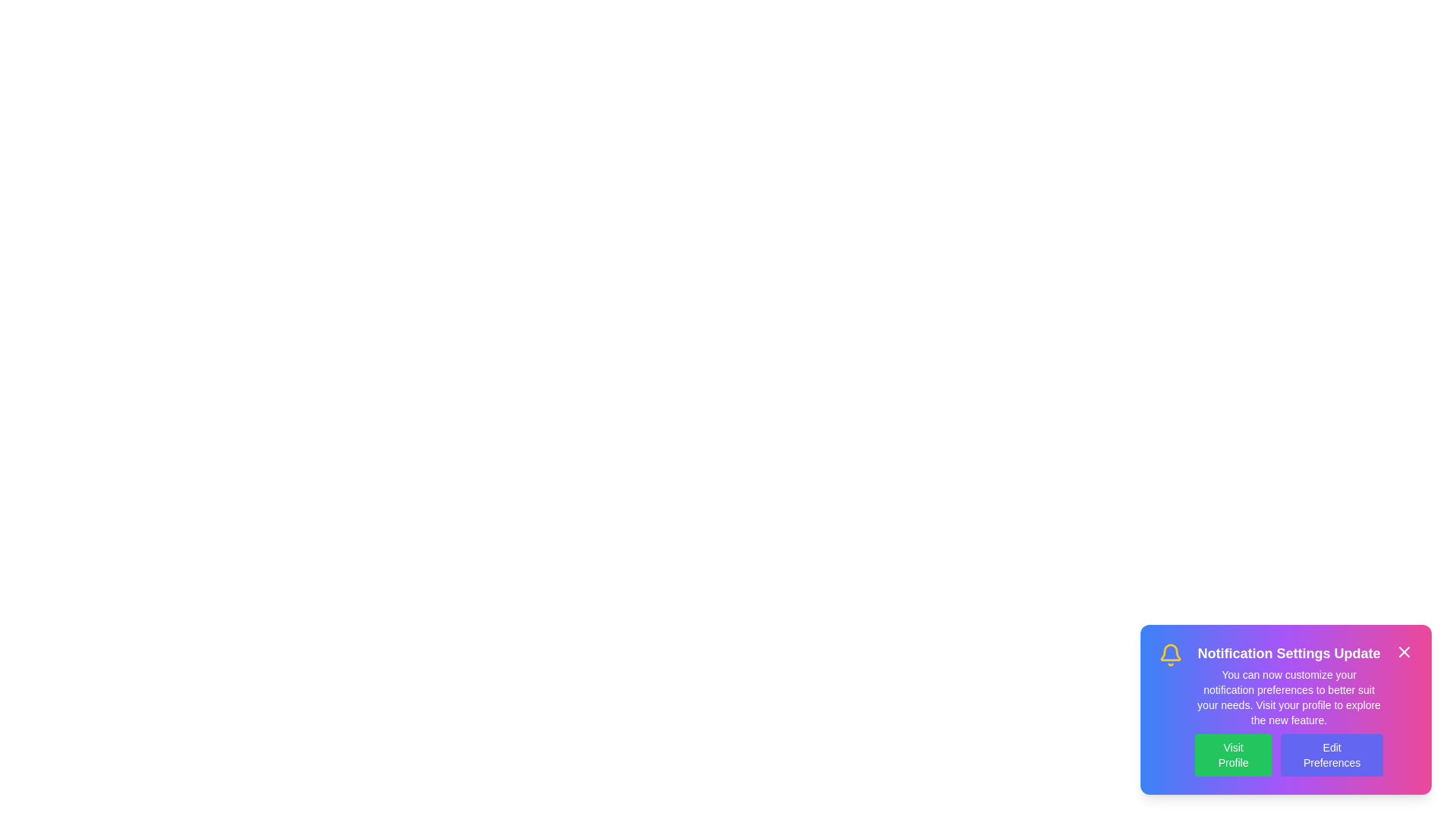  I want to click on the close button (X) to dismiss the snackbar, so click(1404, 651).